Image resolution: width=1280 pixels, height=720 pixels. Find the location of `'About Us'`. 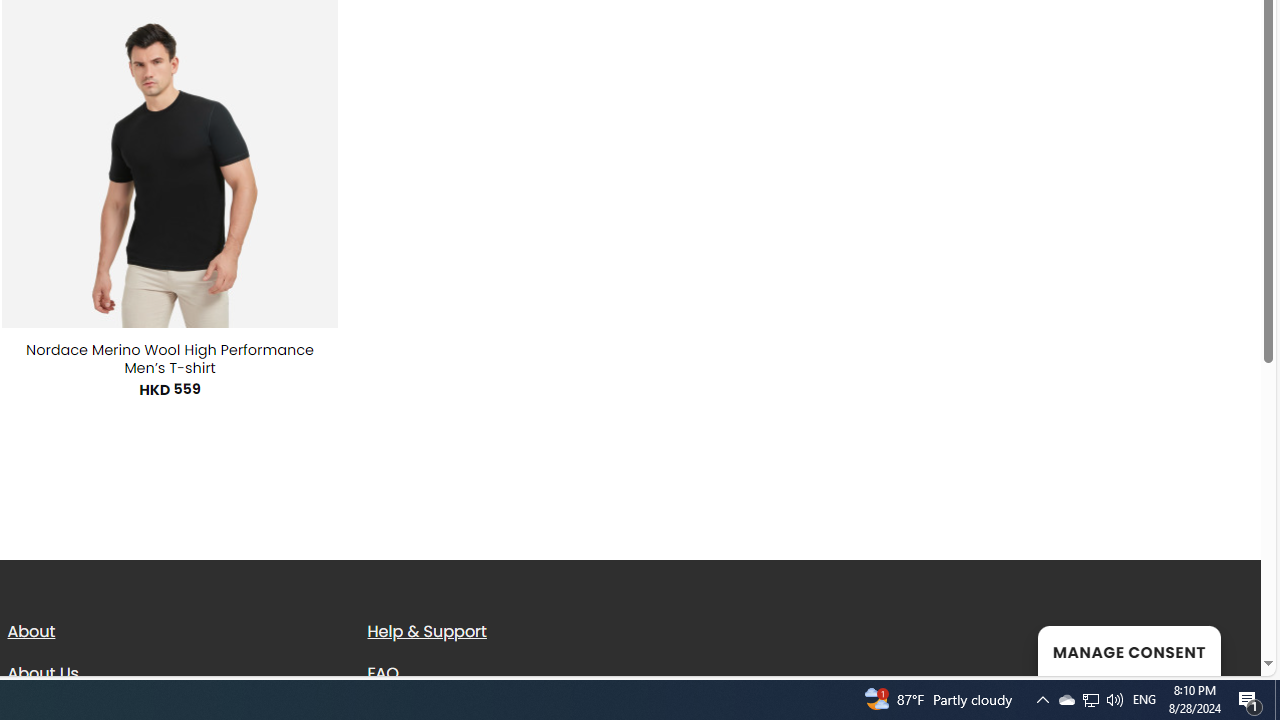

'About Us' is located at coordinates (42, 672).